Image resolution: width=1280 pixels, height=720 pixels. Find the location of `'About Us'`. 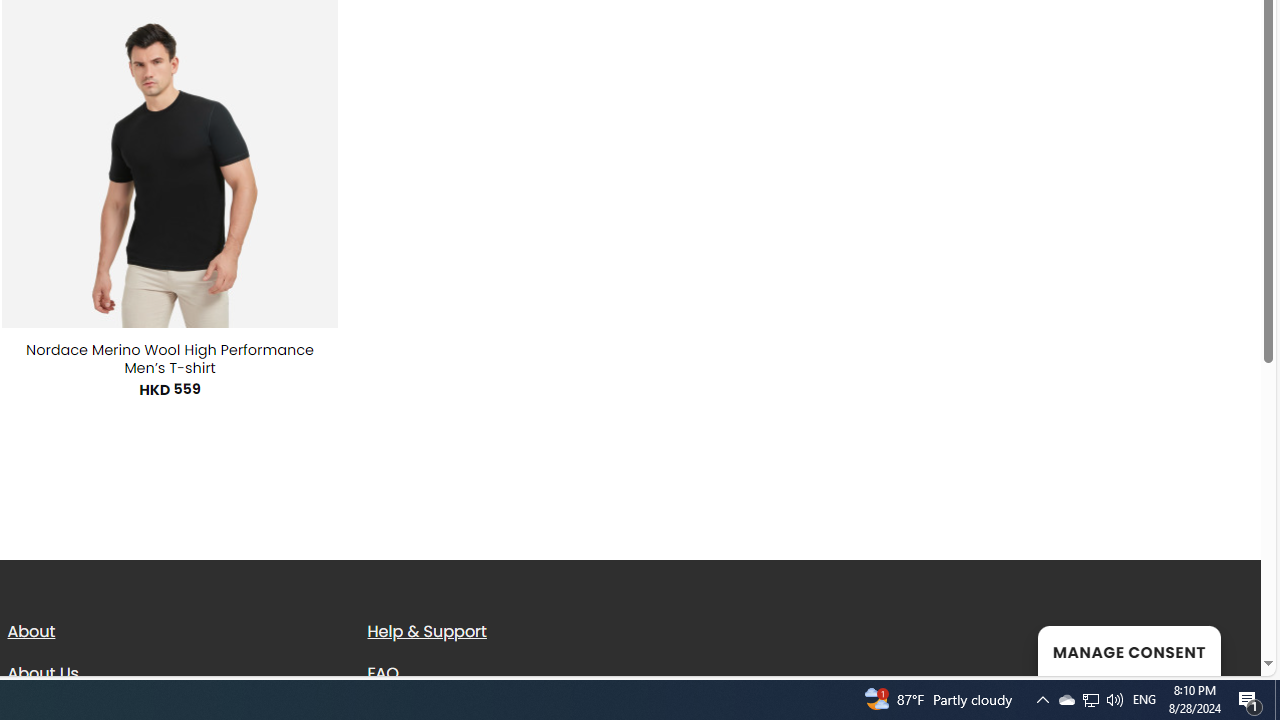

'About Us' is located at coordinates (42, 672).